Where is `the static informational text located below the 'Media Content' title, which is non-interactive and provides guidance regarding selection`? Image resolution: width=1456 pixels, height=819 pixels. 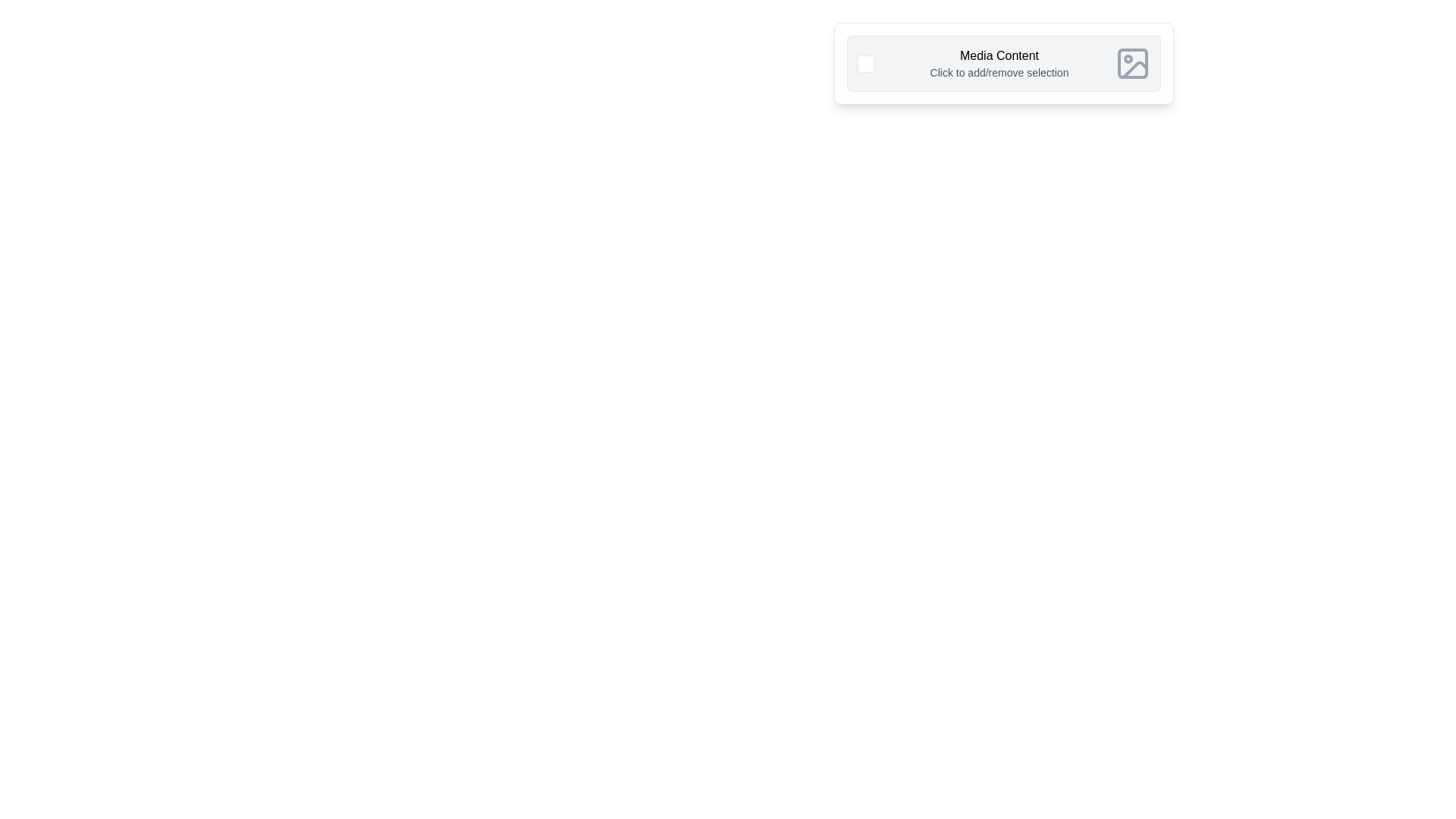 the static informational text located below the 'Media Content' title, which is non-interactive and provides guidance regarding selection is located at coordinates (999, 73).